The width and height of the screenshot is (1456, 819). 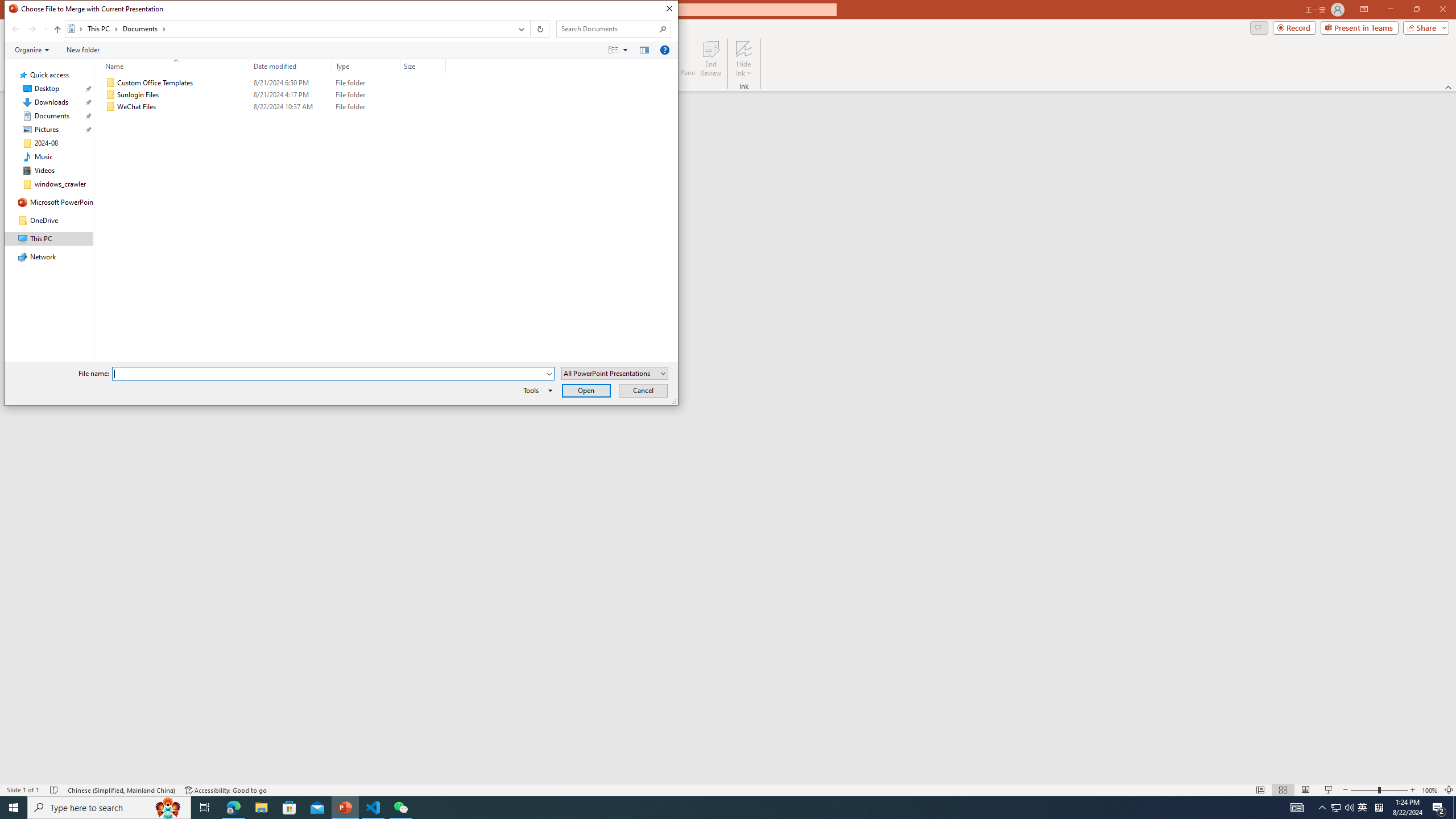 I want to click on 'Up to "This PC" (Alt + Up Arrow)', so click(x=57, y=28).